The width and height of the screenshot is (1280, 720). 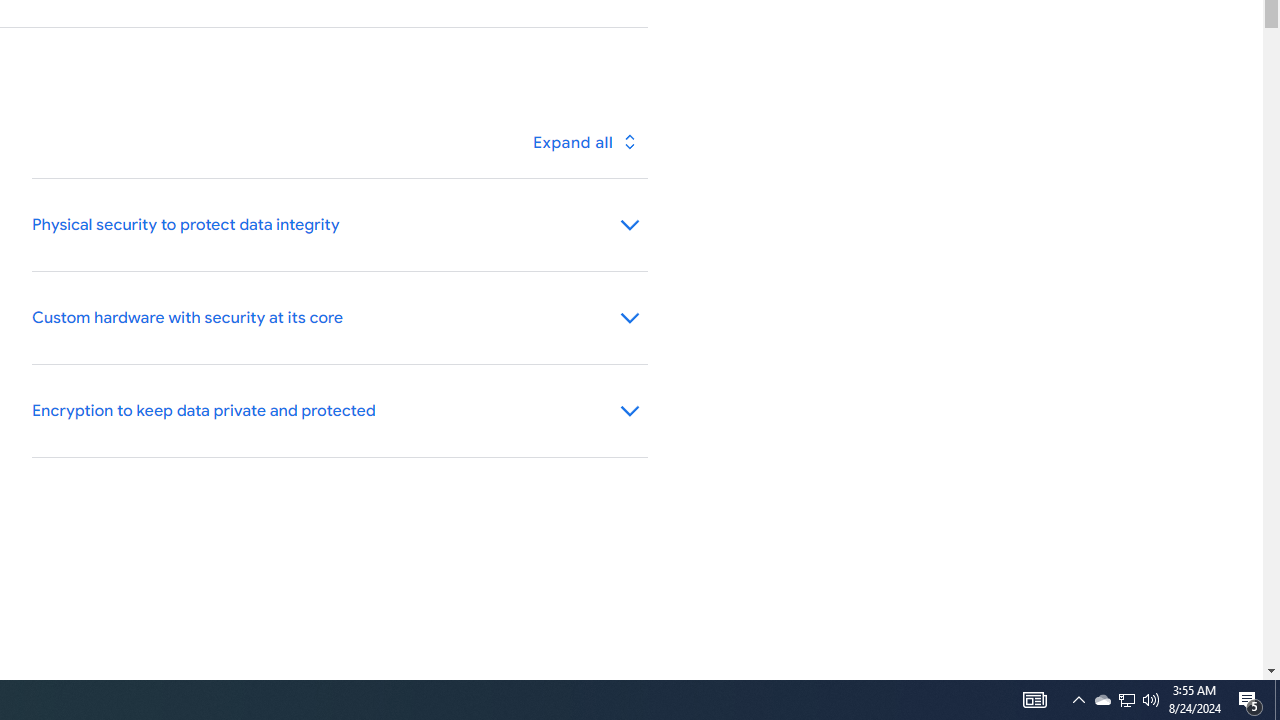 What do you see at coordinates (582, 141) in the screenshot?
I see `'Press to toggle all panels'` at bounding box center [582, 141].